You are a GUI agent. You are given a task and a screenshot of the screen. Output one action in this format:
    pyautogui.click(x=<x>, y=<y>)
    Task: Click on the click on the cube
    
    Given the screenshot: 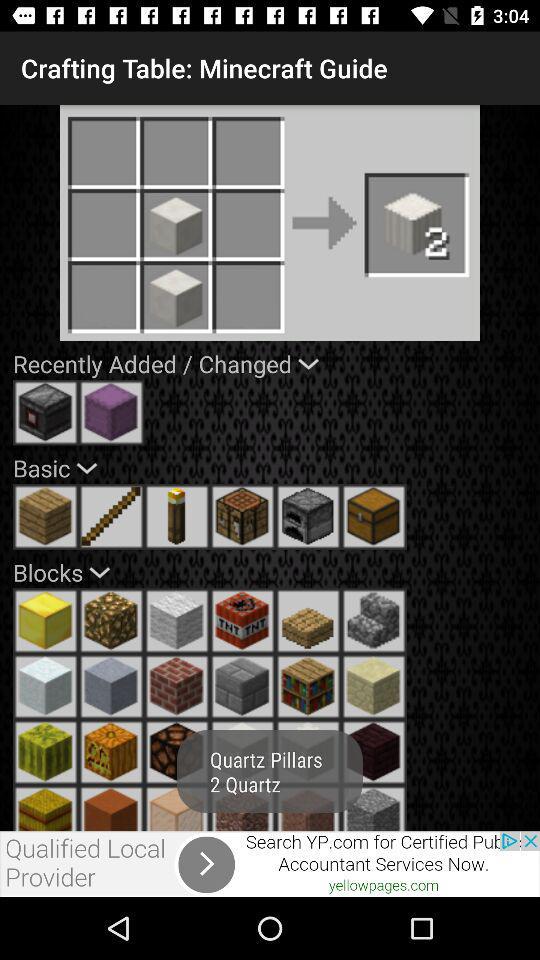 What is the action you would take?
    pyautogui.click(x=111, y=808)
    